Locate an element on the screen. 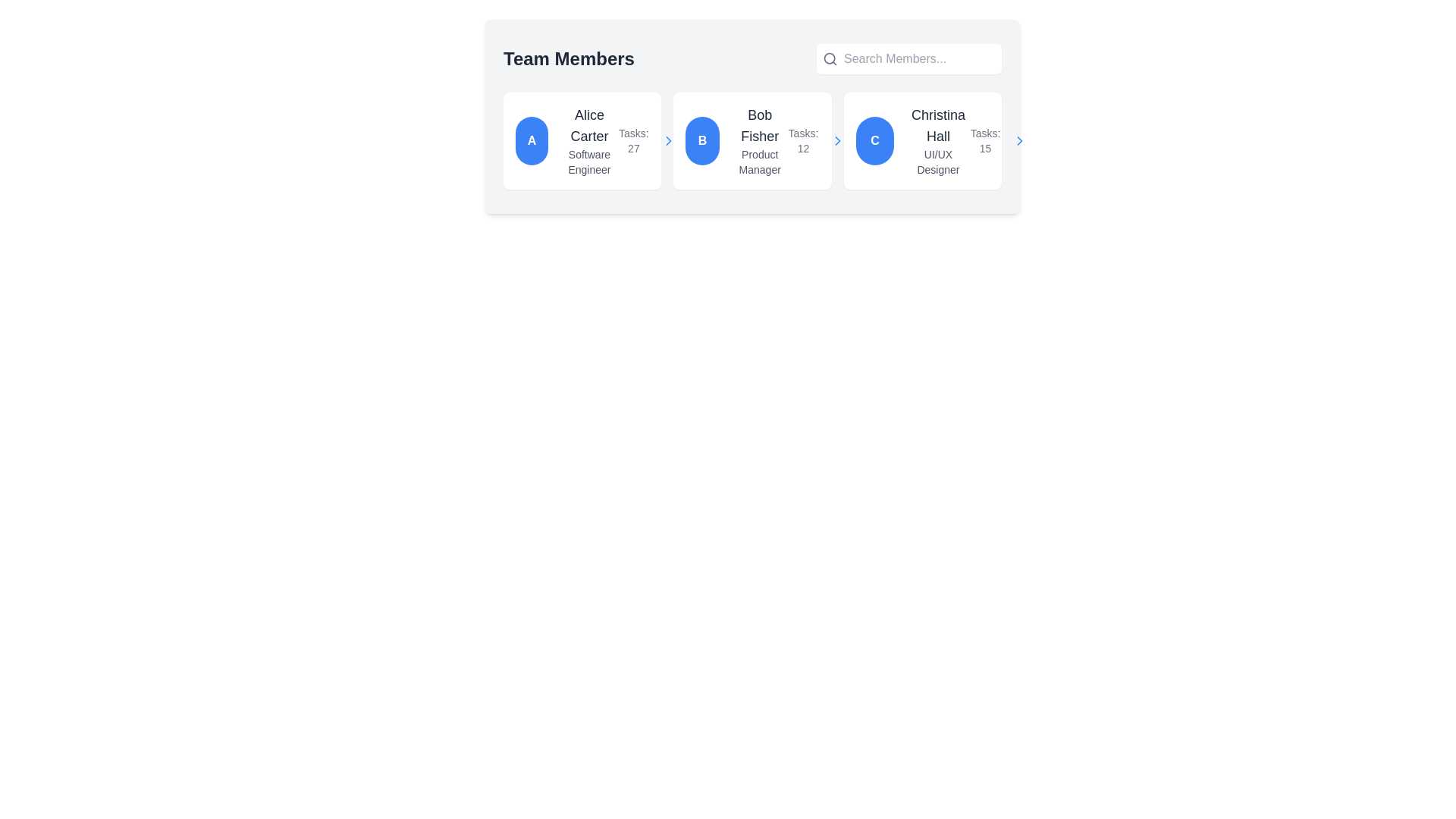 Image resolution: width=1456 pixels, height=819 pixels. text content displayed in the profile card of team member 'Christina Hall', located in the center-right of the interface, specifically in the third profile card from the left is located at coordinates (937, 140).